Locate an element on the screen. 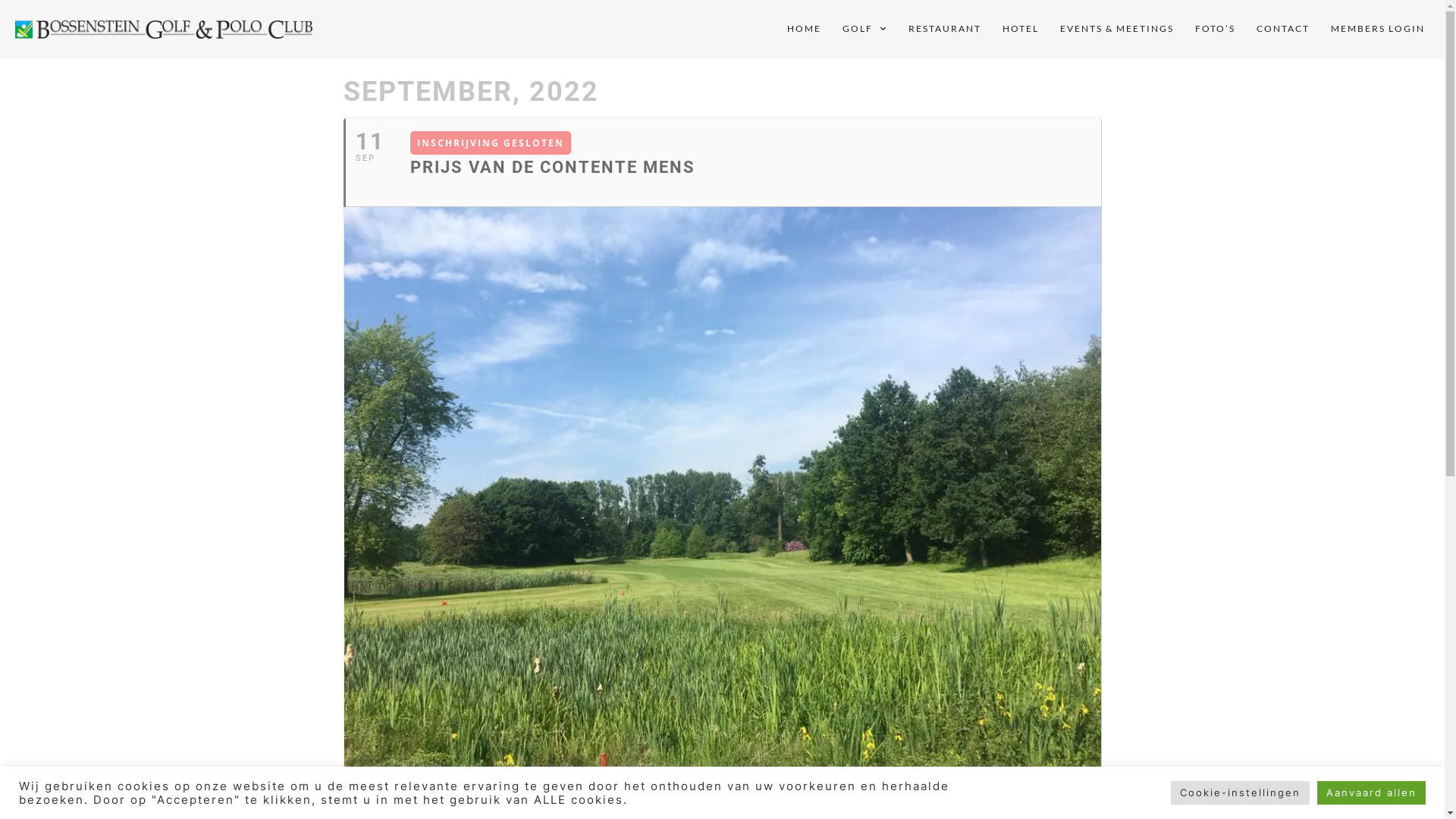  'MEMBERS LOGIN' is located at coordinates (1378, 29).